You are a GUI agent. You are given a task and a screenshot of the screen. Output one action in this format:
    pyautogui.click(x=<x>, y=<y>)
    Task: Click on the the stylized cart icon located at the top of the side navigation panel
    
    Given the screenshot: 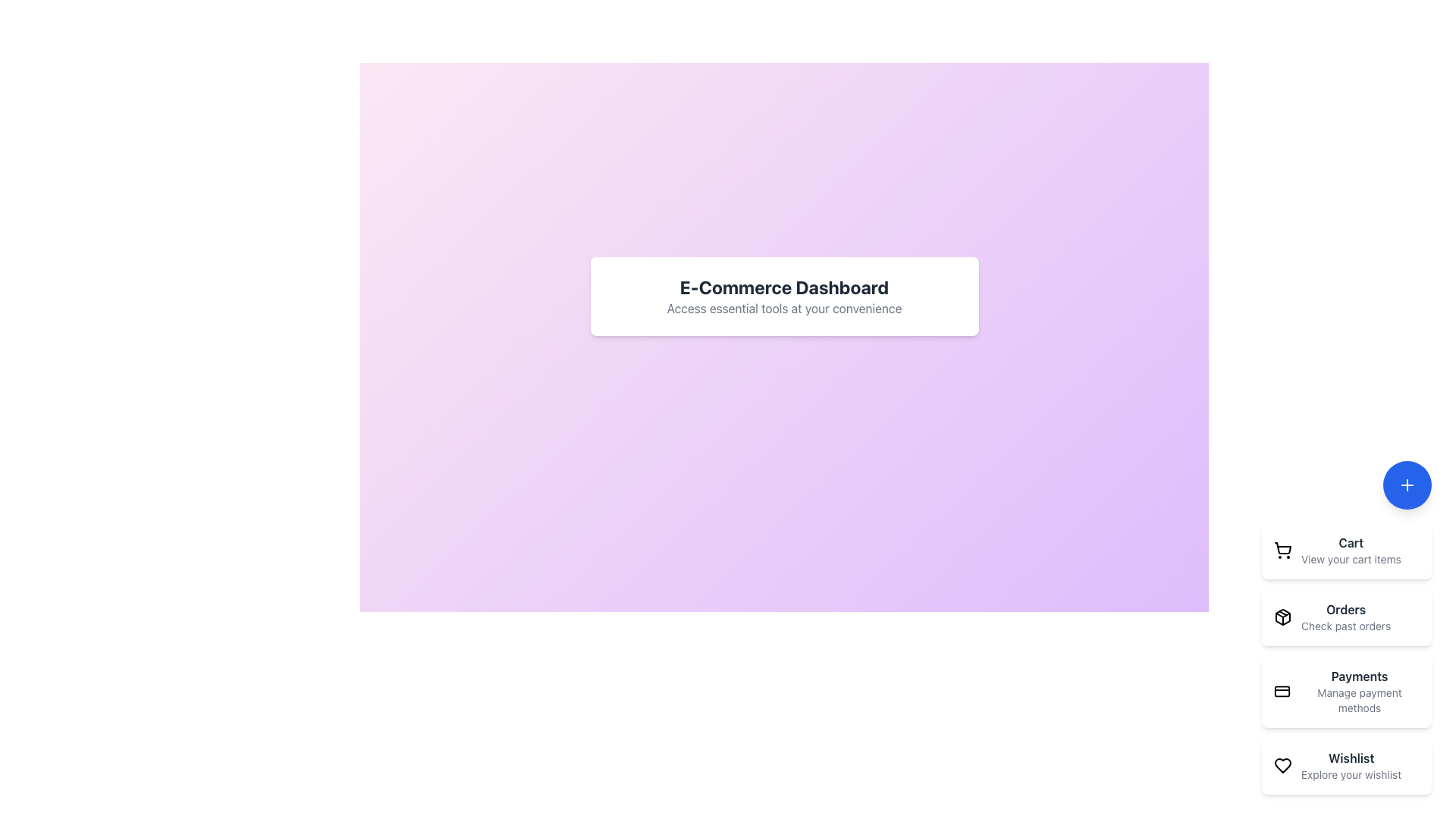 What is the action you would take?
    pyautogui.click(x=1282, y=548)
    